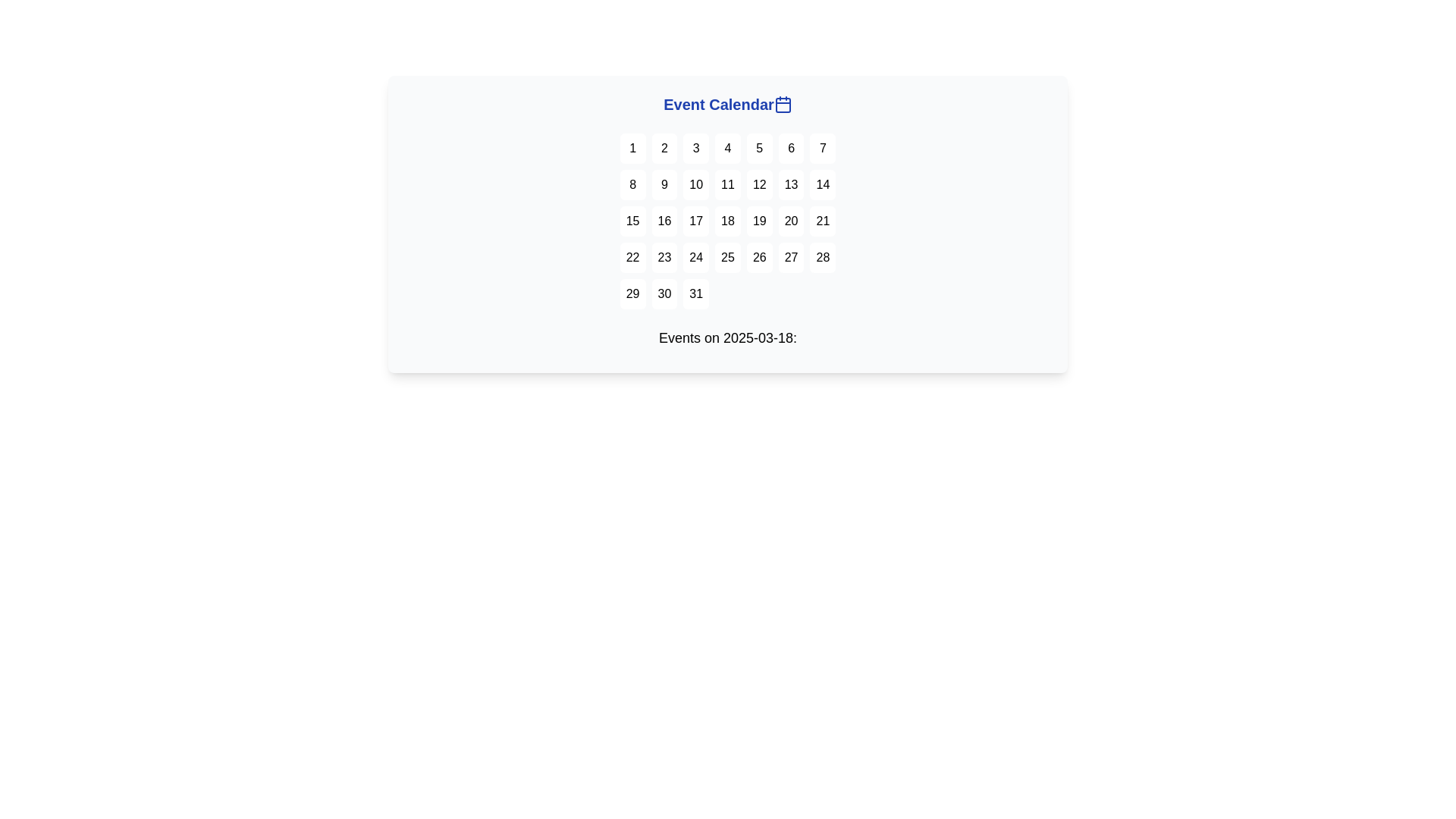  I want to click on the button labeled '28' which is styled with rounded corners and a white background, located in the 4th row and 7th column of the calendar grid, so click(822, 256).